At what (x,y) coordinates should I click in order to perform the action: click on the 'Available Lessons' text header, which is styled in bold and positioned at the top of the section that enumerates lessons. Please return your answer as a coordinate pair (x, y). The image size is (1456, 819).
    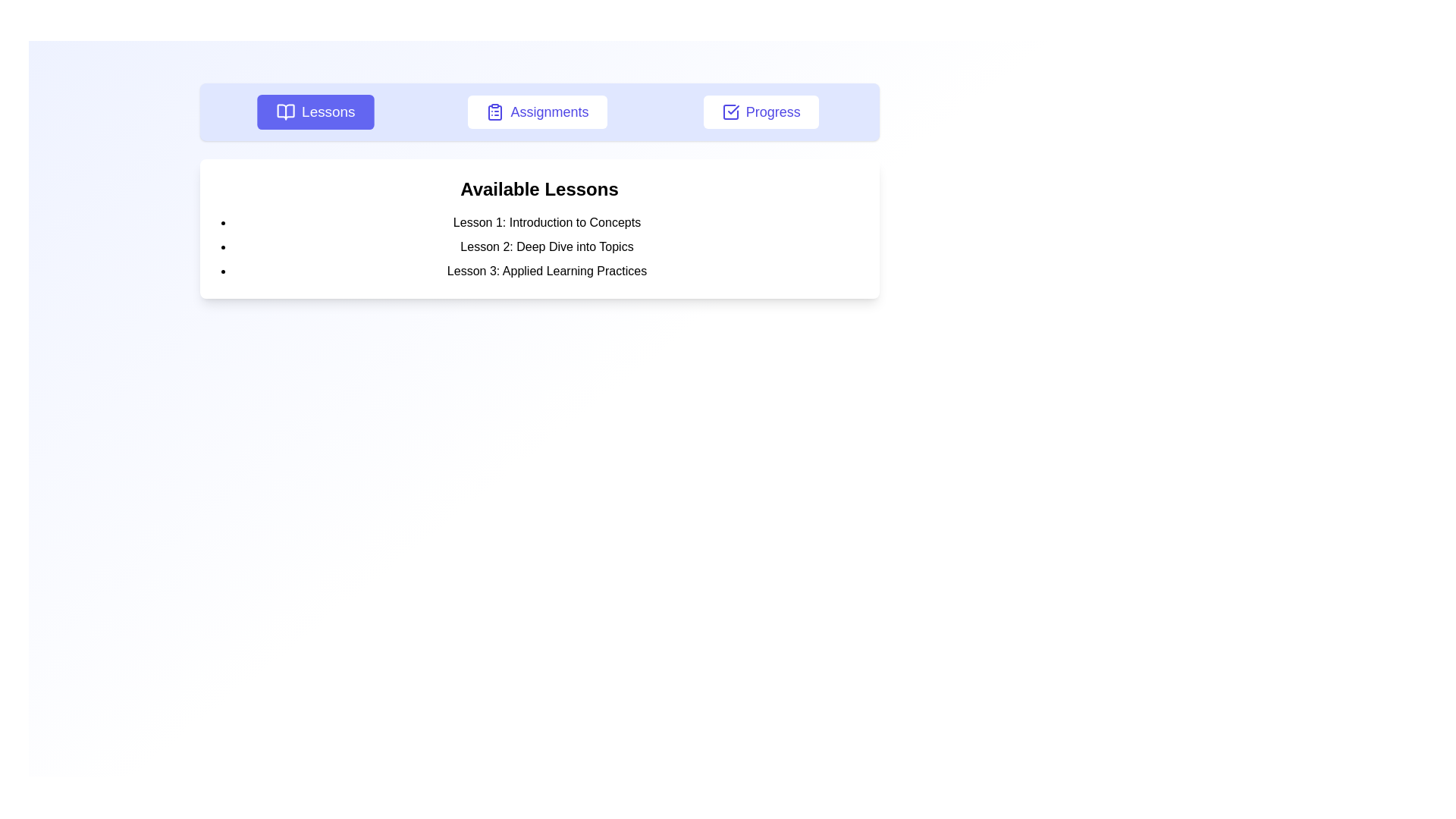
    Looking at the image, I should click on (539, 189).